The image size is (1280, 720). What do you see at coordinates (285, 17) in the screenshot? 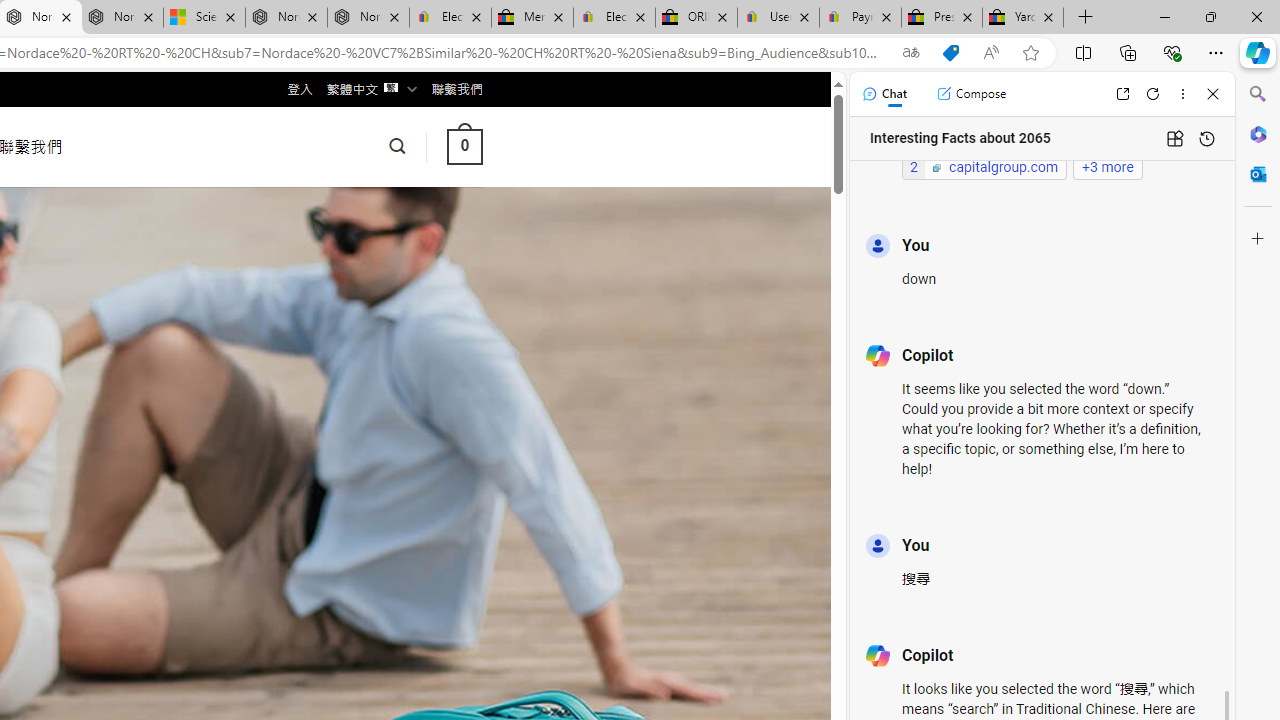
I see `'Nordace - Summer Adventures 2024'` at bounding box center [285, 17].